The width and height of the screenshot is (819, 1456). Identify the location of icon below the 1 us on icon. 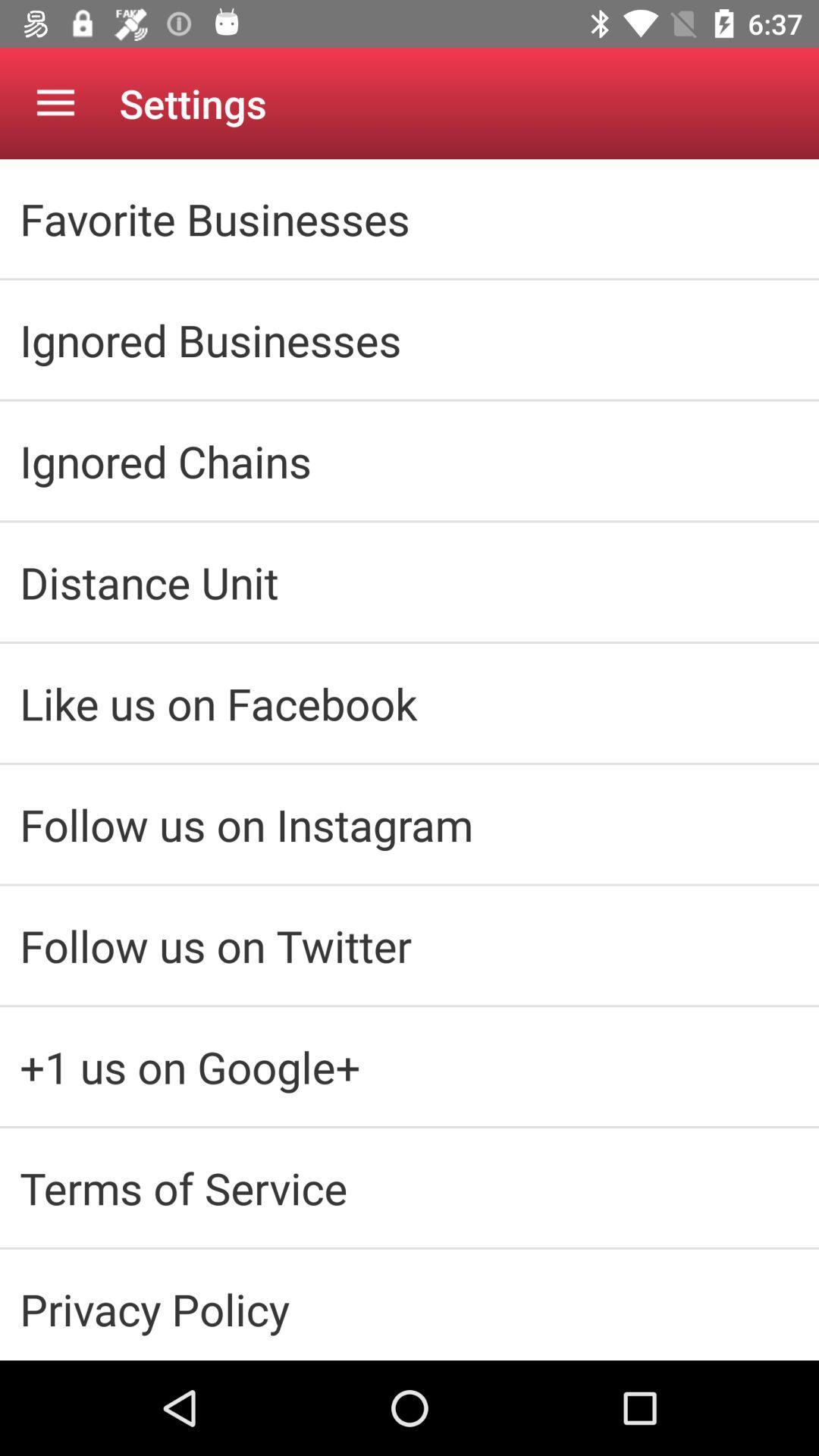
(409, 1187).